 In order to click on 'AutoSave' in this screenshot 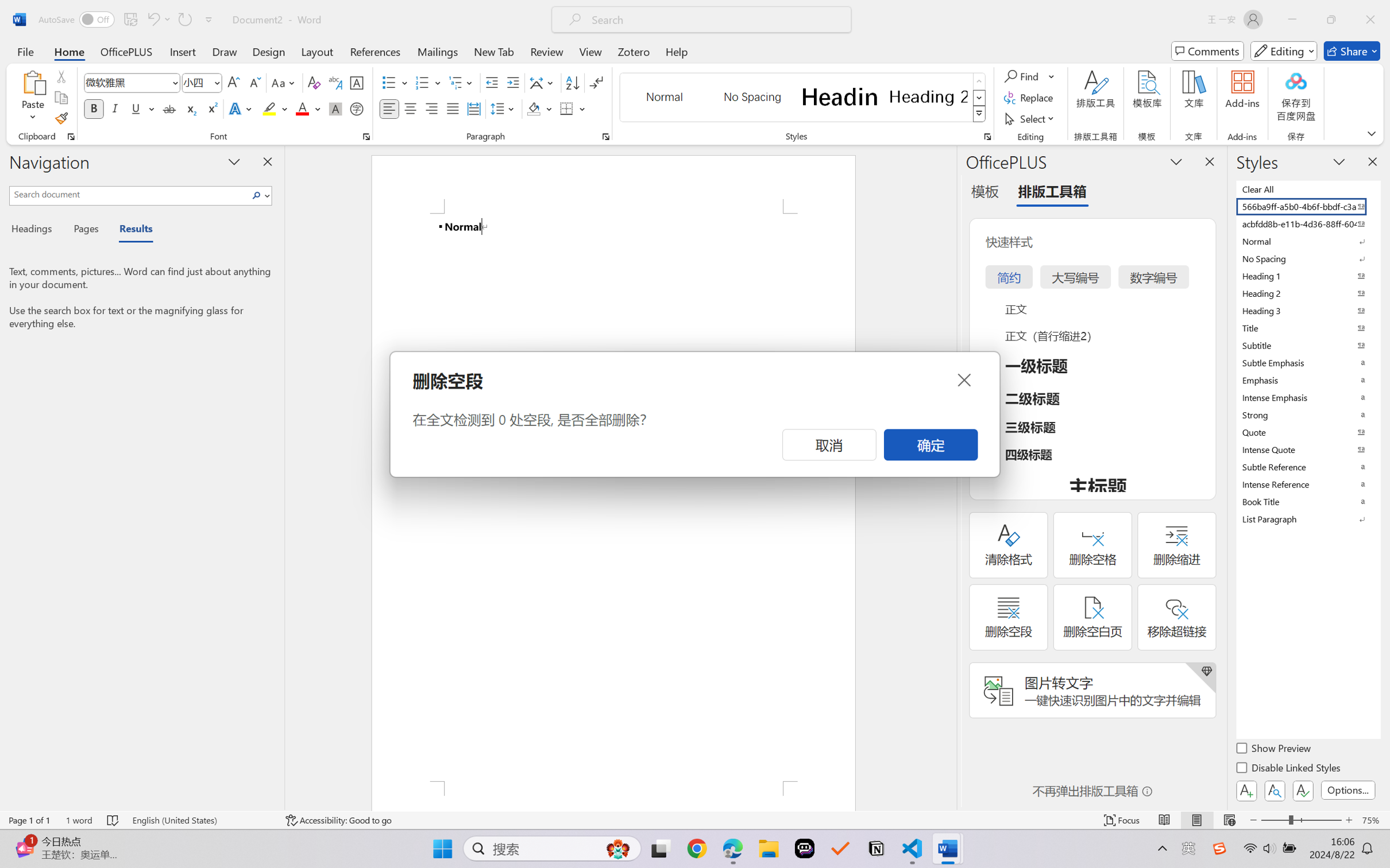, I will do `click(76, 19)`.